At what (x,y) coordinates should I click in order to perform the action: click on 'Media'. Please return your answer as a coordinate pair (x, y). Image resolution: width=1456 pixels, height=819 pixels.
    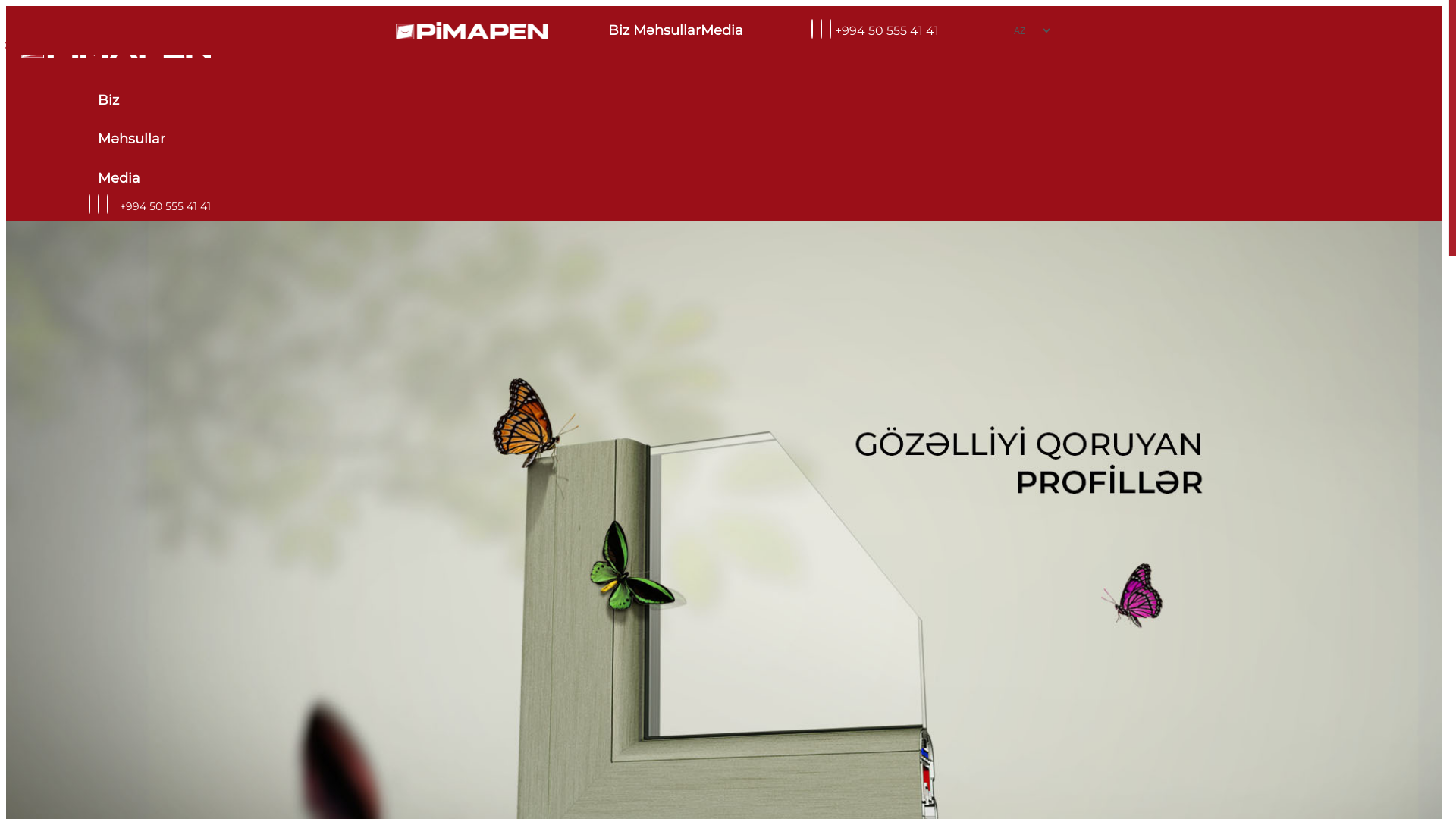
    Looking at the image, I should click on (723, 30).